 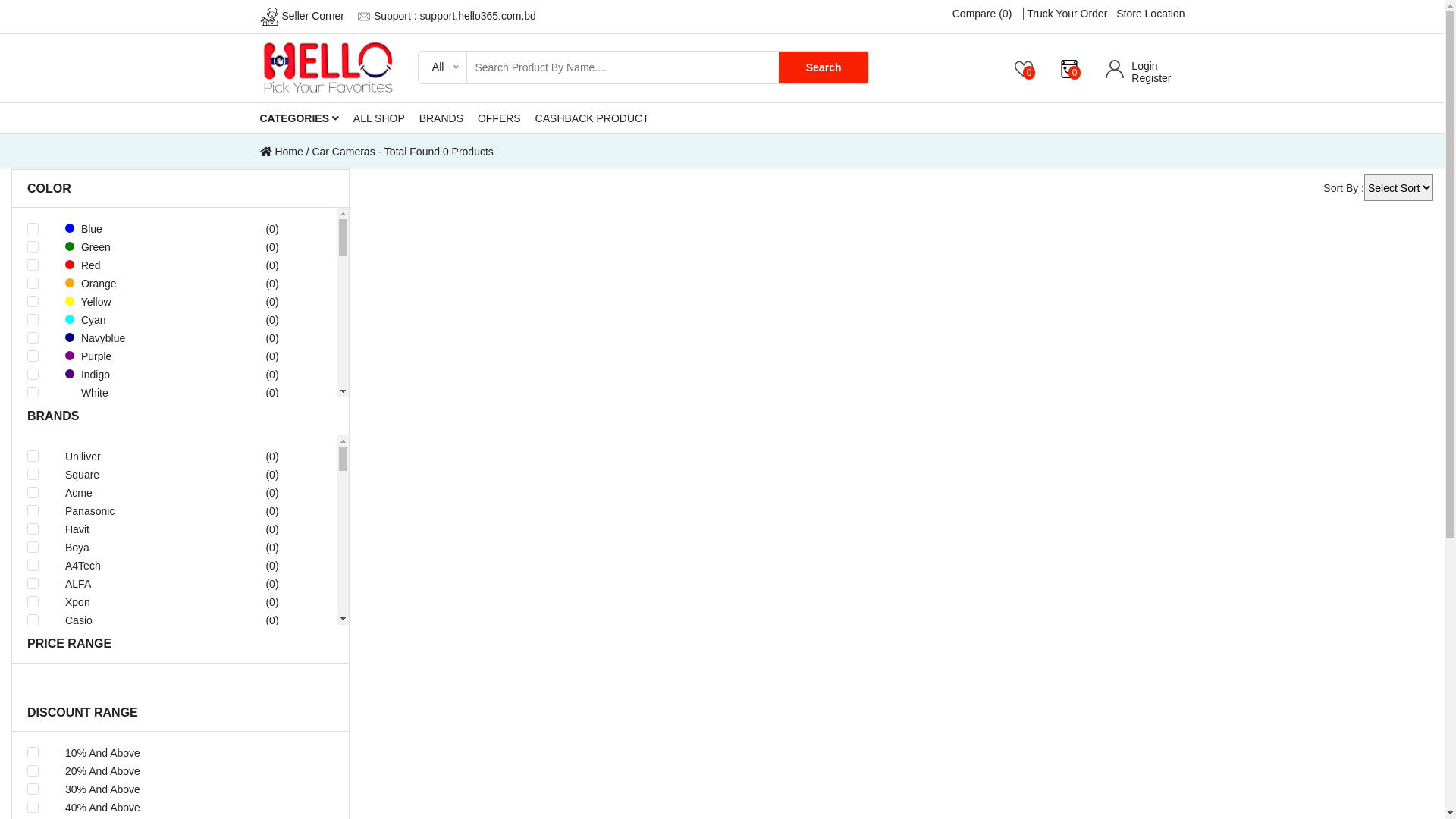 What do you see at coordinates (1015, 67) in the screenshot?
I see `'0'` at bounding box center [1015, 67].